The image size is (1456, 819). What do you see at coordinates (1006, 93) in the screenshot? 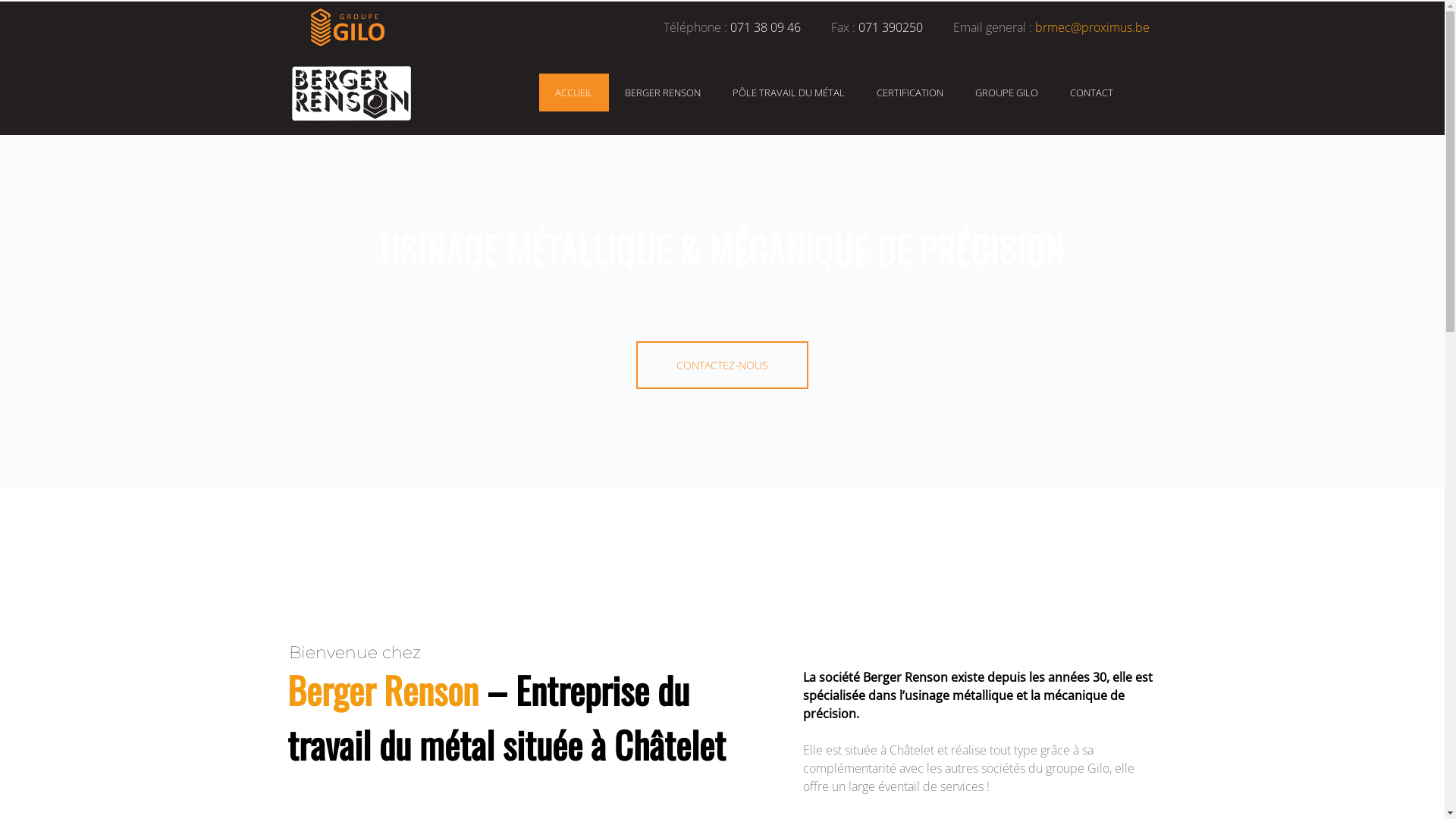
I see `'GROUPE GILO'` at bounding box center [1006, 93].